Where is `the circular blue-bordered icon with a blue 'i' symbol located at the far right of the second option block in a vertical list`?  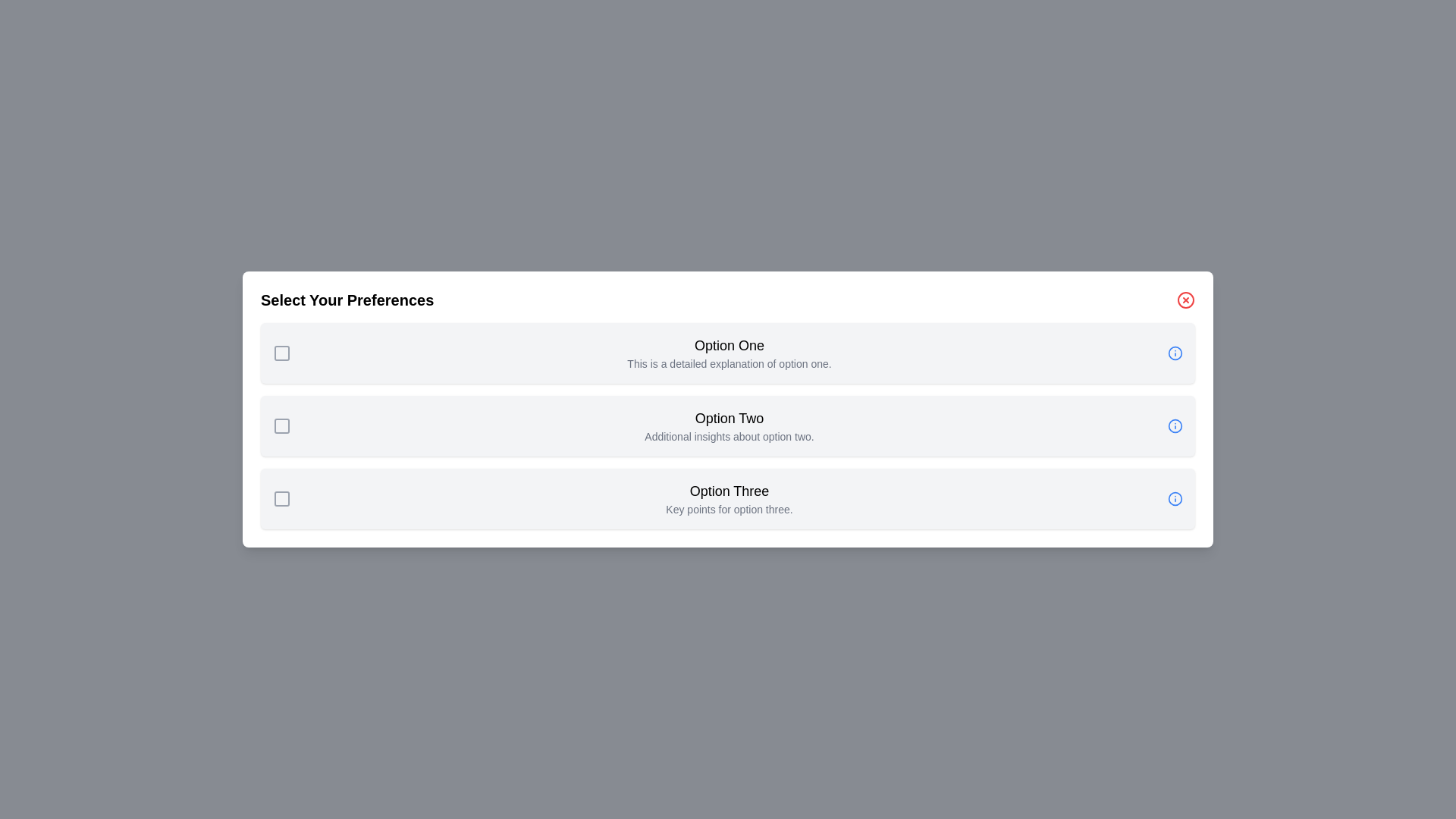 the circular blue-bordered icon with a blue 'i' symbol located at the far right of the second option block in a vertical list is located at coordinates (1175, 426).